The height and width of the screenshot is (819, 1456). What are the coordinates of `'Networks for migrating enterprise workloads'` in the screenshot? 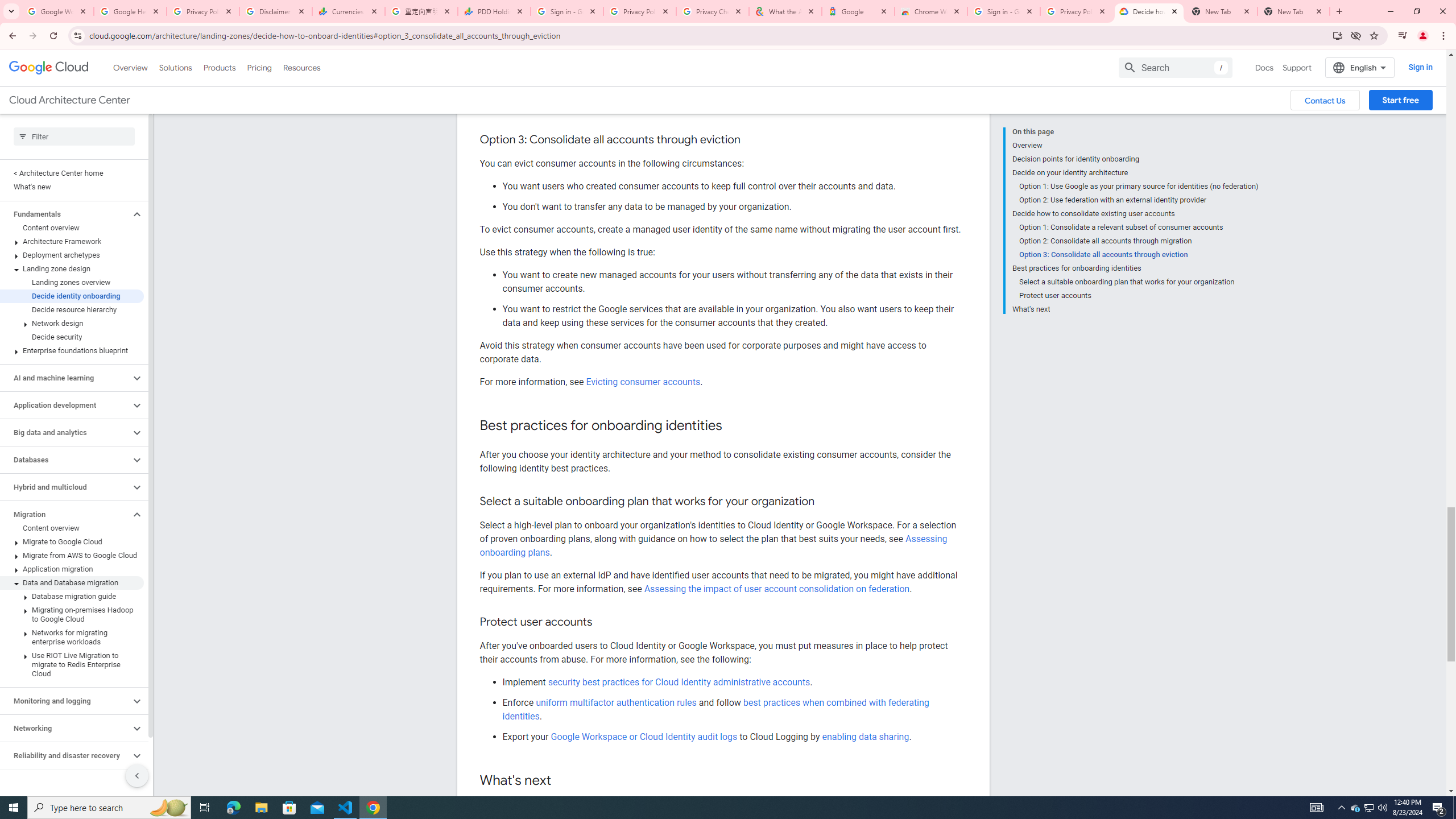 It's located at (72, 638).